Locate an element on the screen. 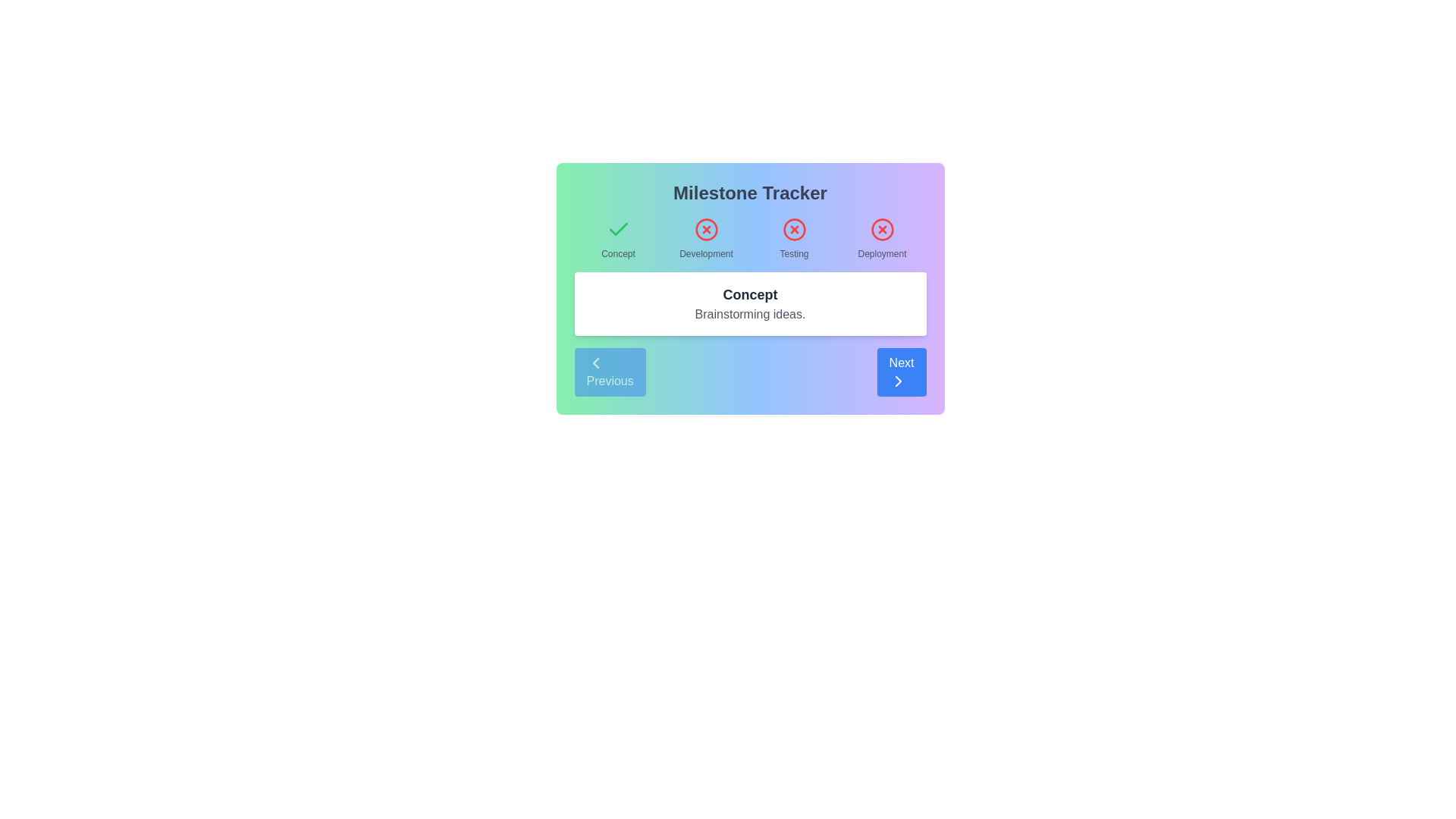  the 'Deployment' text label, which is styled in a small gray font and located beneath a red circular icon with an 'X', as it is part of a navigation system is located at coordinates (882, 253).